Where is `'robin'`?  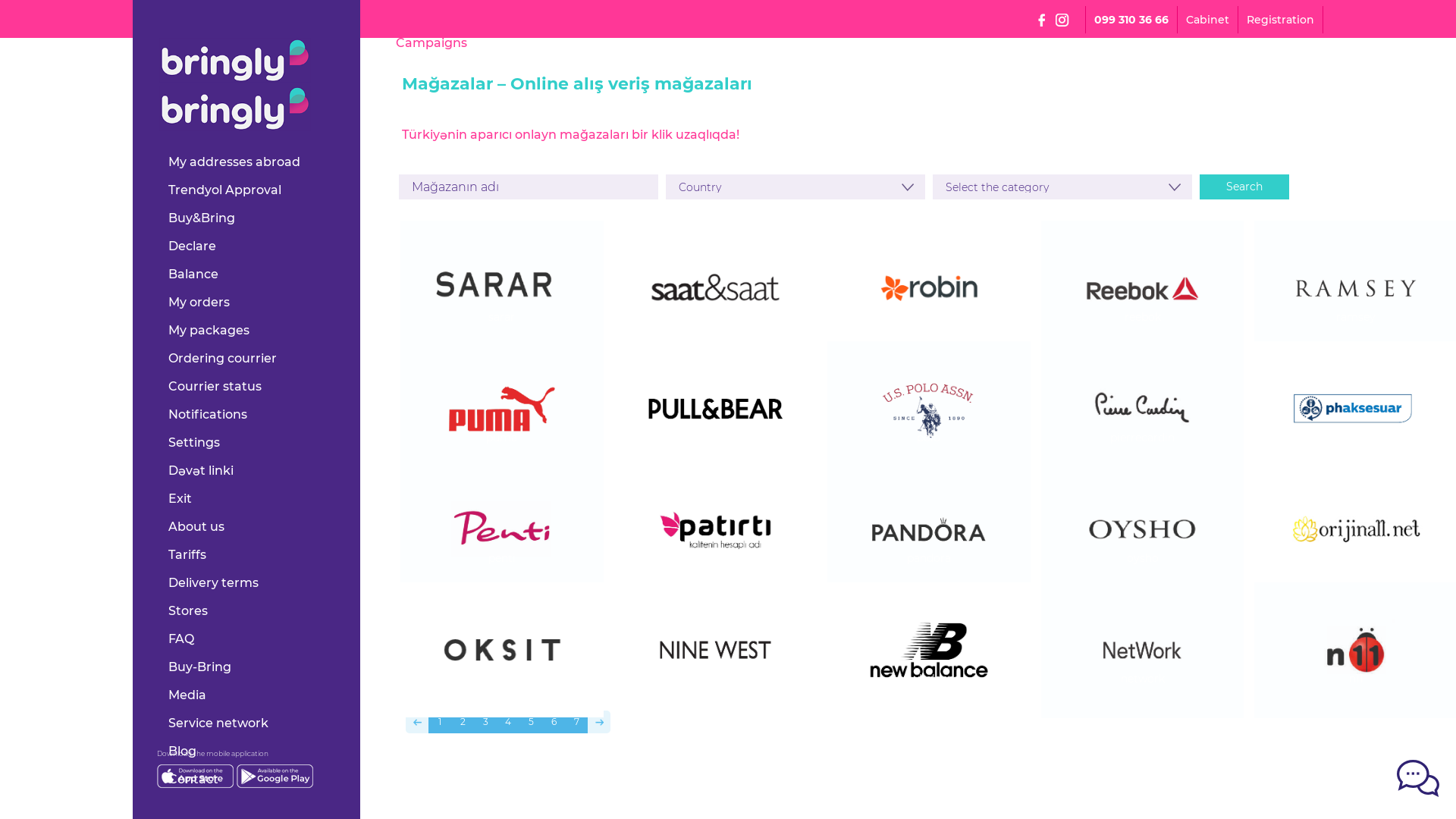 'robin' is located at coordinates (927, 315).